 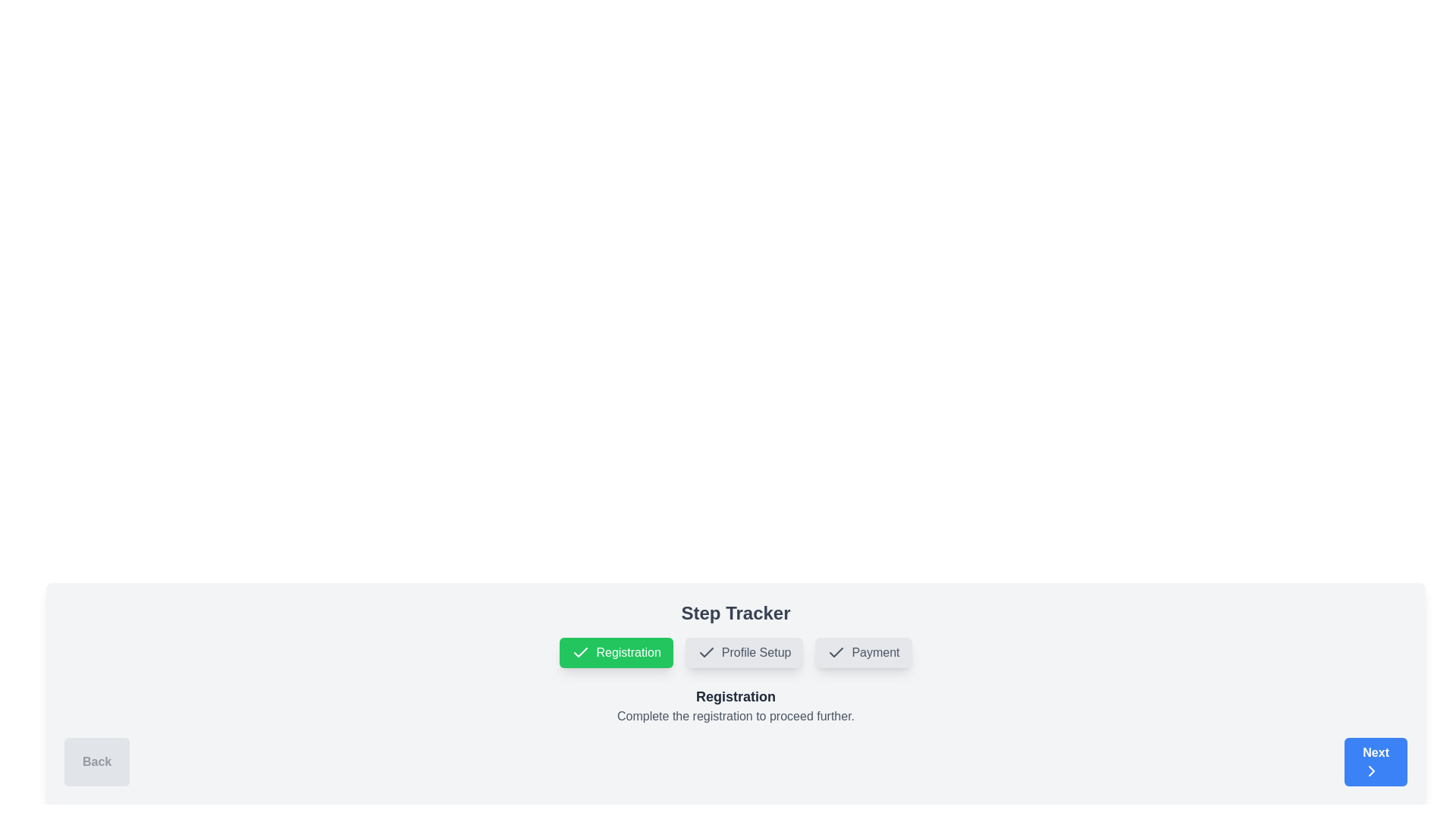 What do you see at coordinates (617, 651) in the screenshot?
I see `the active 'Registration' step button in the step tracker` at bounding box center [617, 651].